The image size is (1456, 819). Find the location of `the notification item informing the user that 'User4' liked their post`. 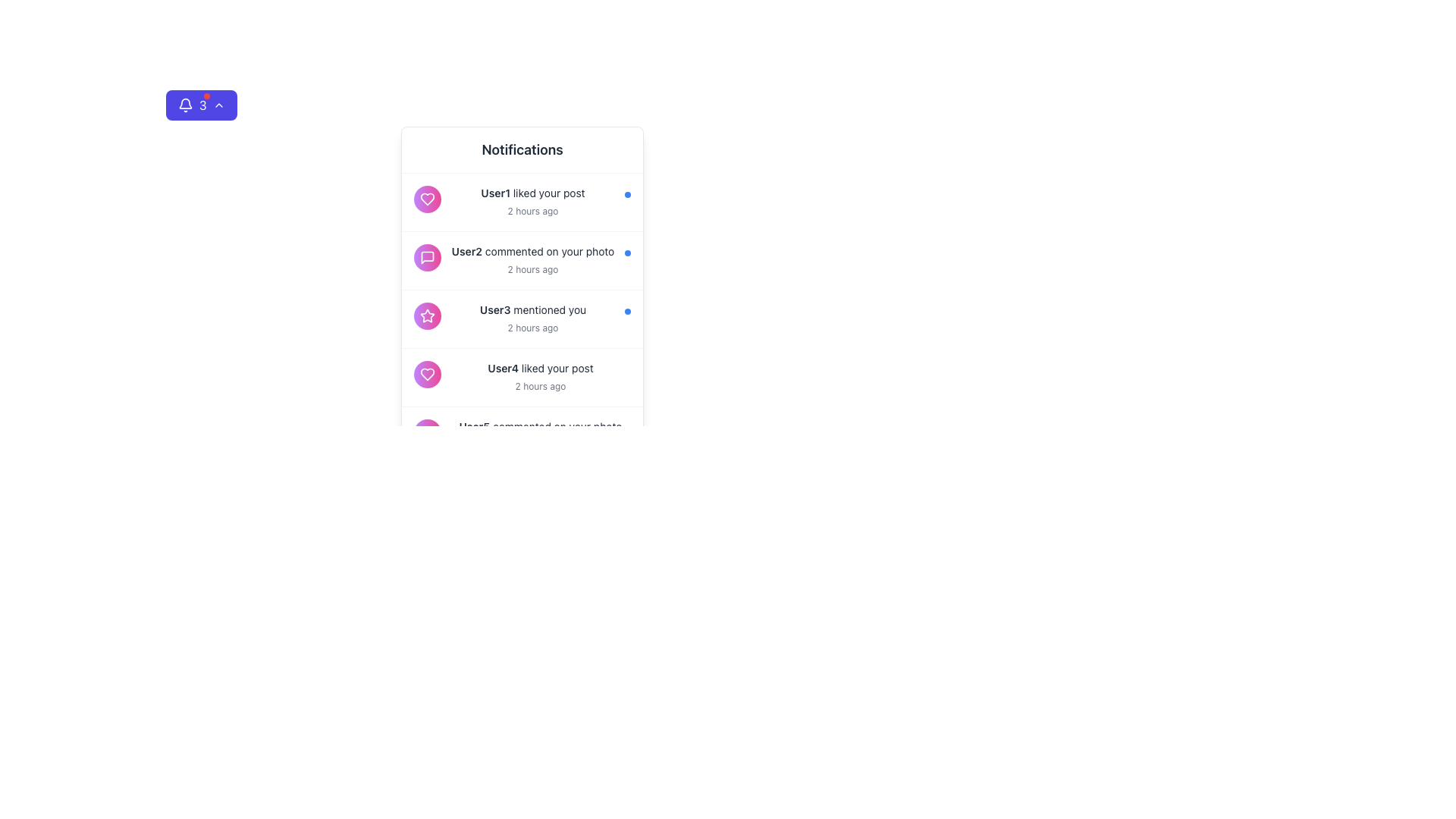

the notification item informing the user that 'User4' liked their post is located at coordinates (522, 377).